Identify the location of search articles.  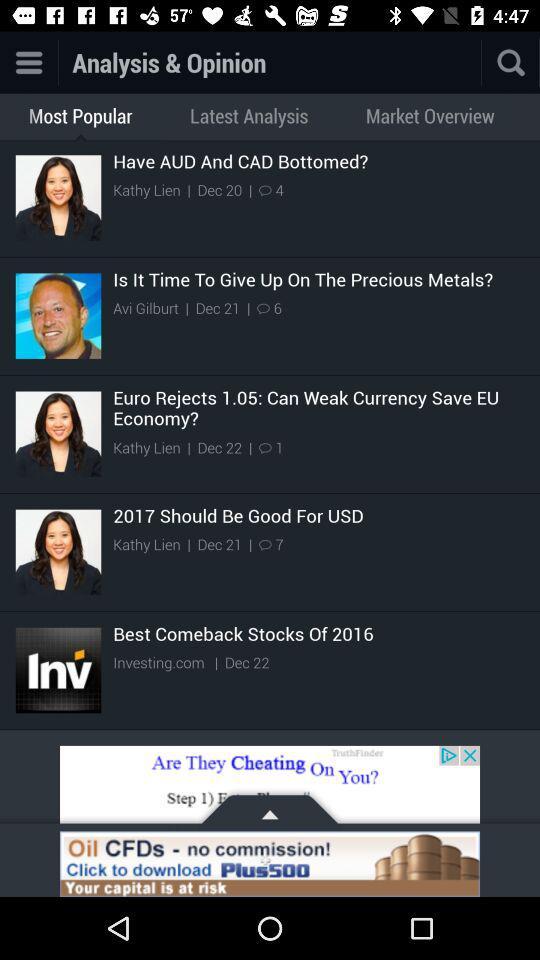
(480, 62).